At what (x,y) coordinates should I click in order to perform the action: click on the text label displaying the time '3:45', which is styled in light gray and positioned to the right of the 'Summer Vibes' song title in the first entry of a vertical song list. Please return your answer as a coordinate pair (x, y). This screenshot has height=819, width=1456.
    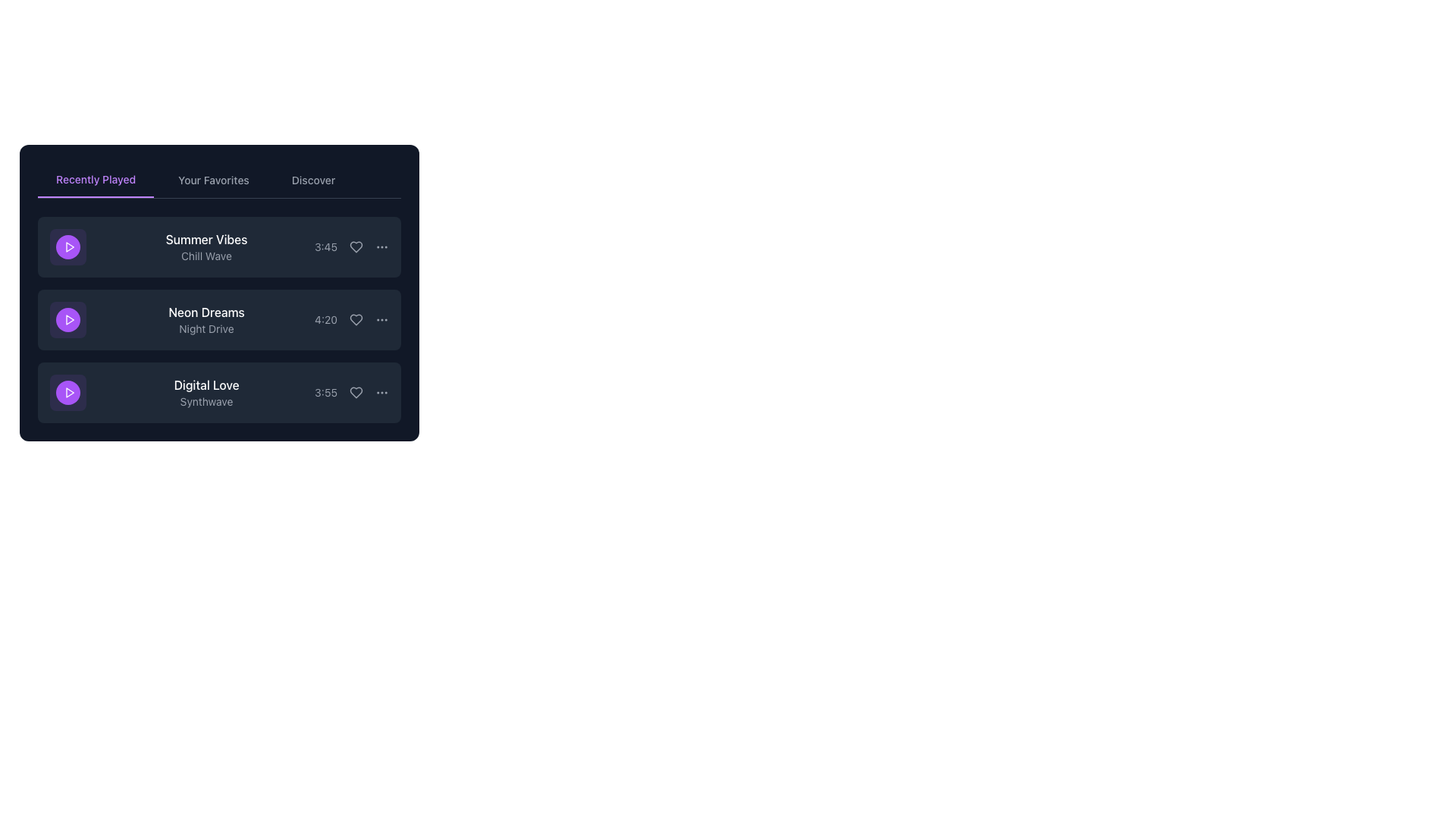
    Looking at the image, I should click on (325, 246).